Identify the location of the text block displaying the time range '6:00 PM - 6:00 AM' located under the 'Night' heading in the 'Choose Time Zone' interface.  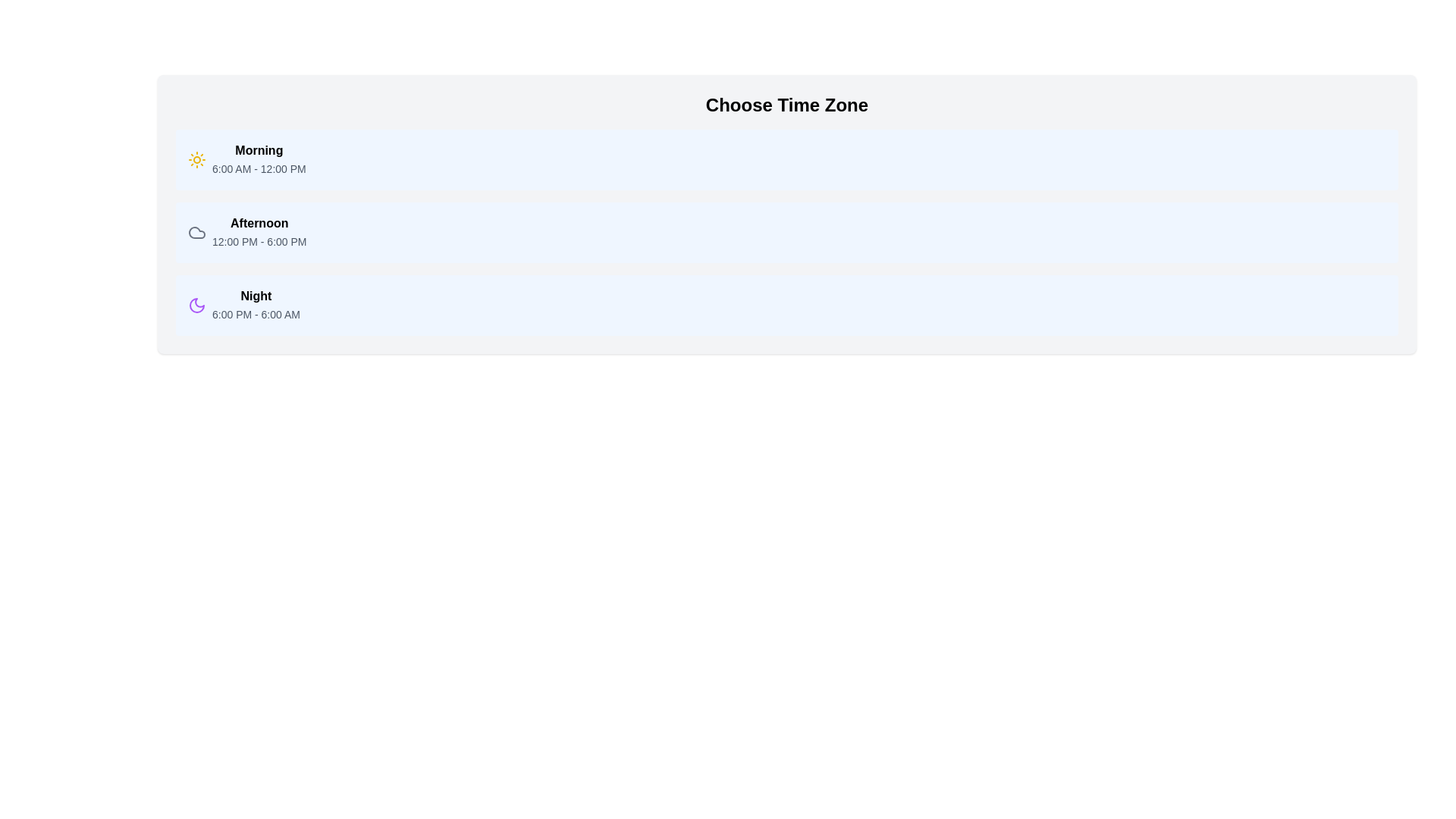
(256, 314).